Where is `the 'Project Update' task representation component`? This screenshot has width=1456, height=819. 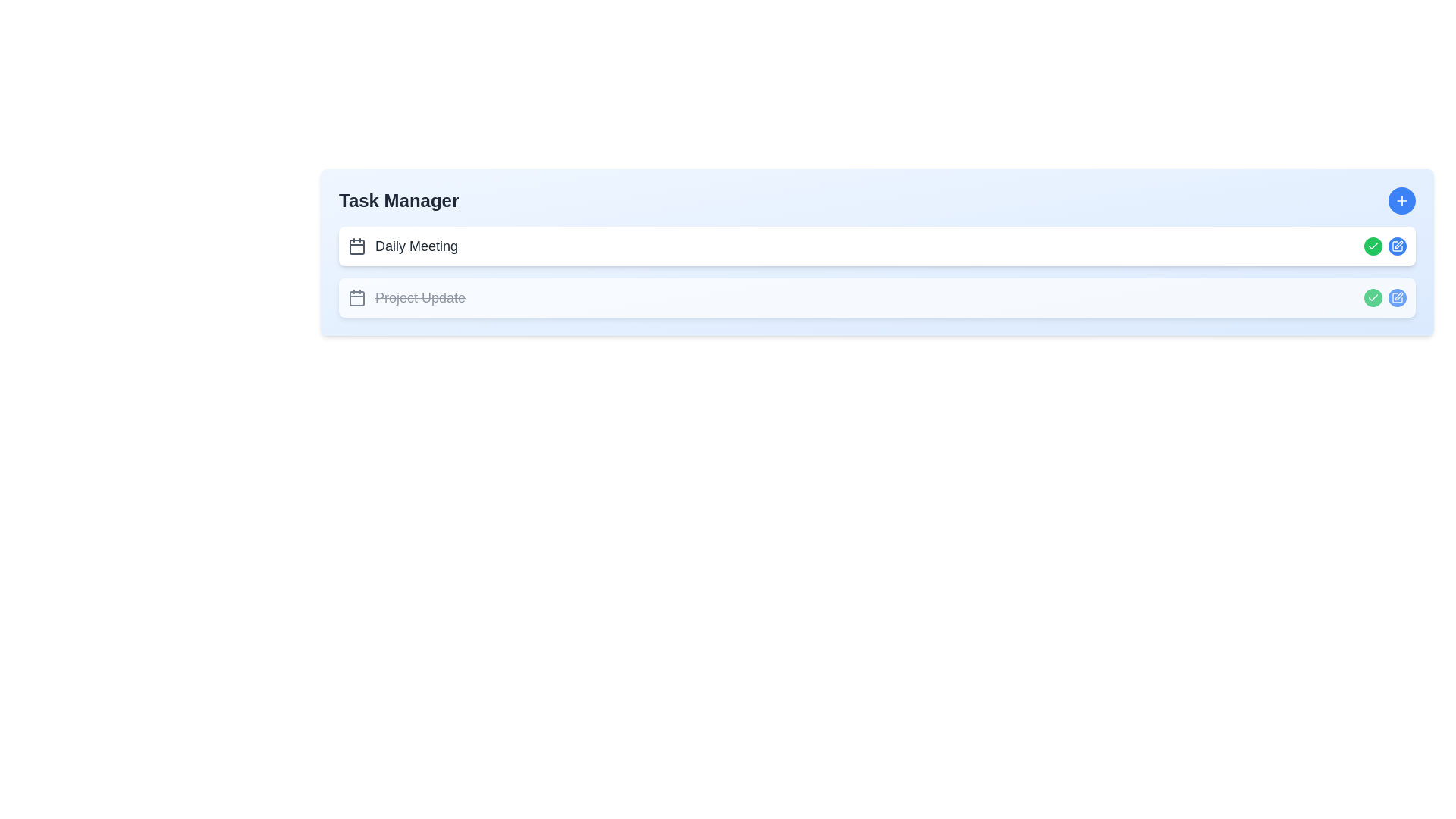
the 'Project Update' task representation component is located at coordinates (877, 298).